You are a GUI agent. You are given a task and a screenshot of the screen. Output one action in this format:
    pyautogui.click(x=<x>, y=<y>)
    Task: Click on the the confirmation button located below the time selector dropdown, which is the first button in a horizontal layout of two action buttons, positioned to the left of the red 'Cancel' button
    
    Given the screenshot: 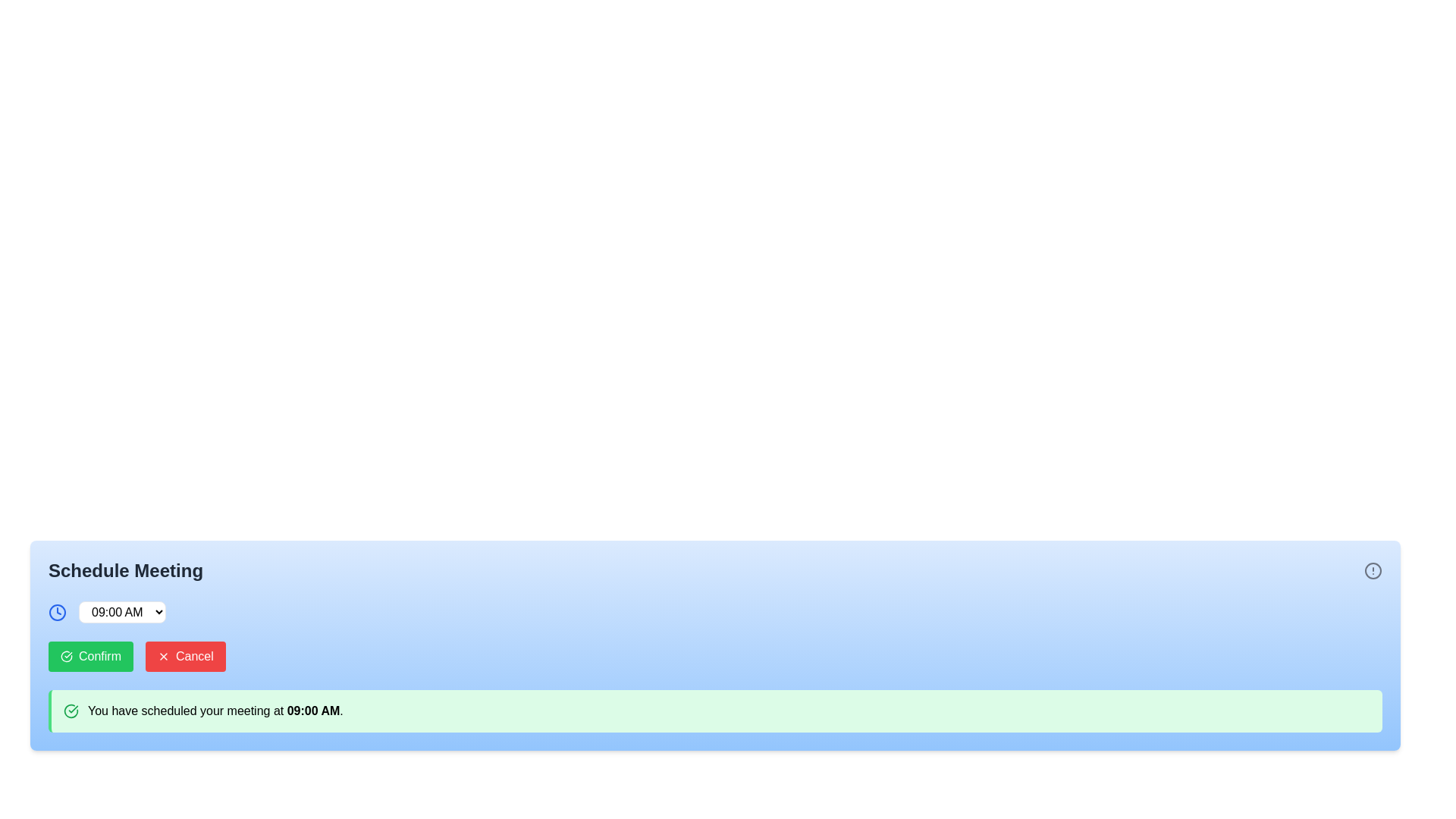 What is the action you would take?
    pyautogui.click(x=90, y=656)
    